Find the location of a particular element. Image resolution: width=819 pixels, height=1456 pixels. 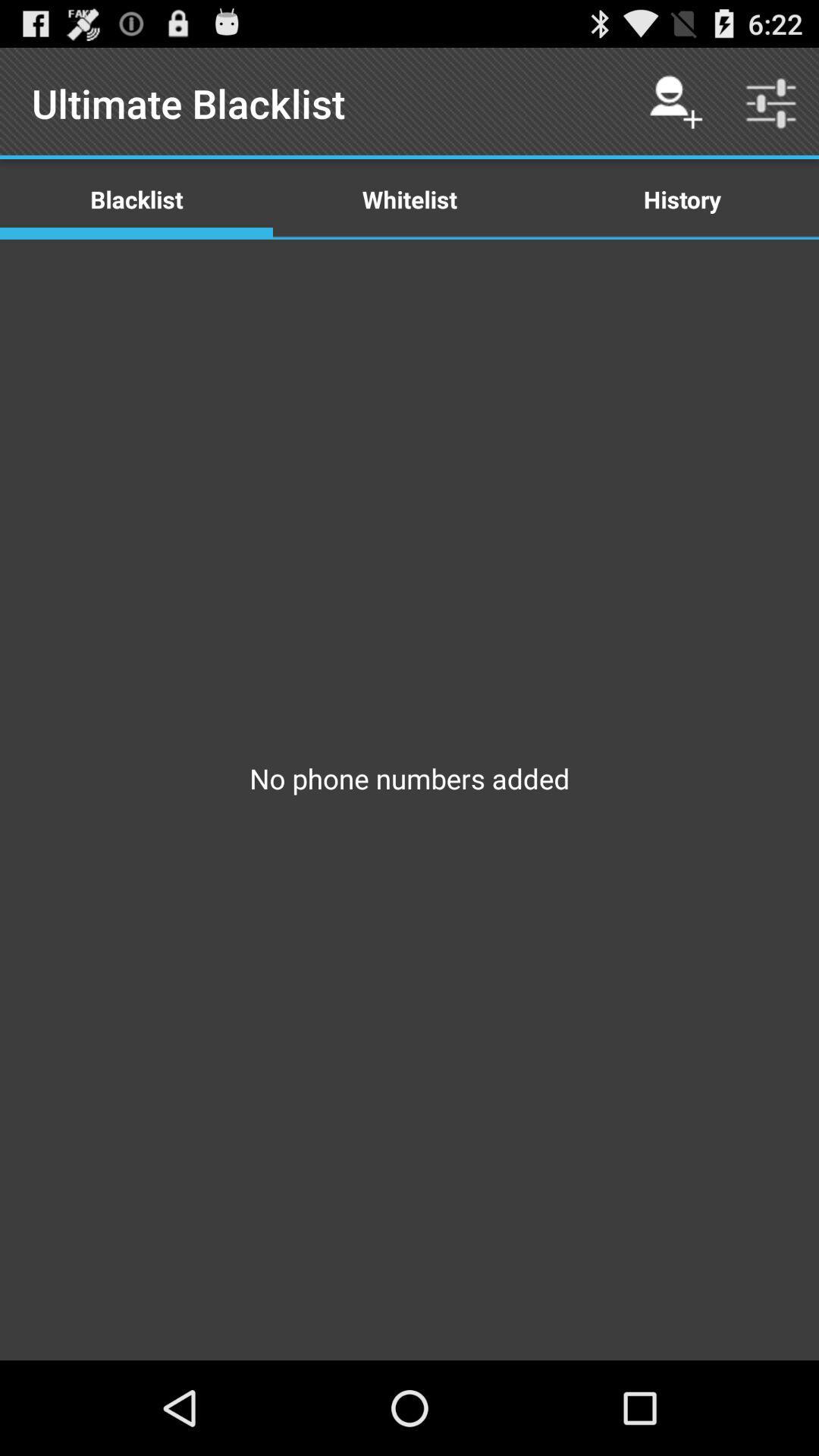

the item to the left of the history item is located at coordinates (409, 198).